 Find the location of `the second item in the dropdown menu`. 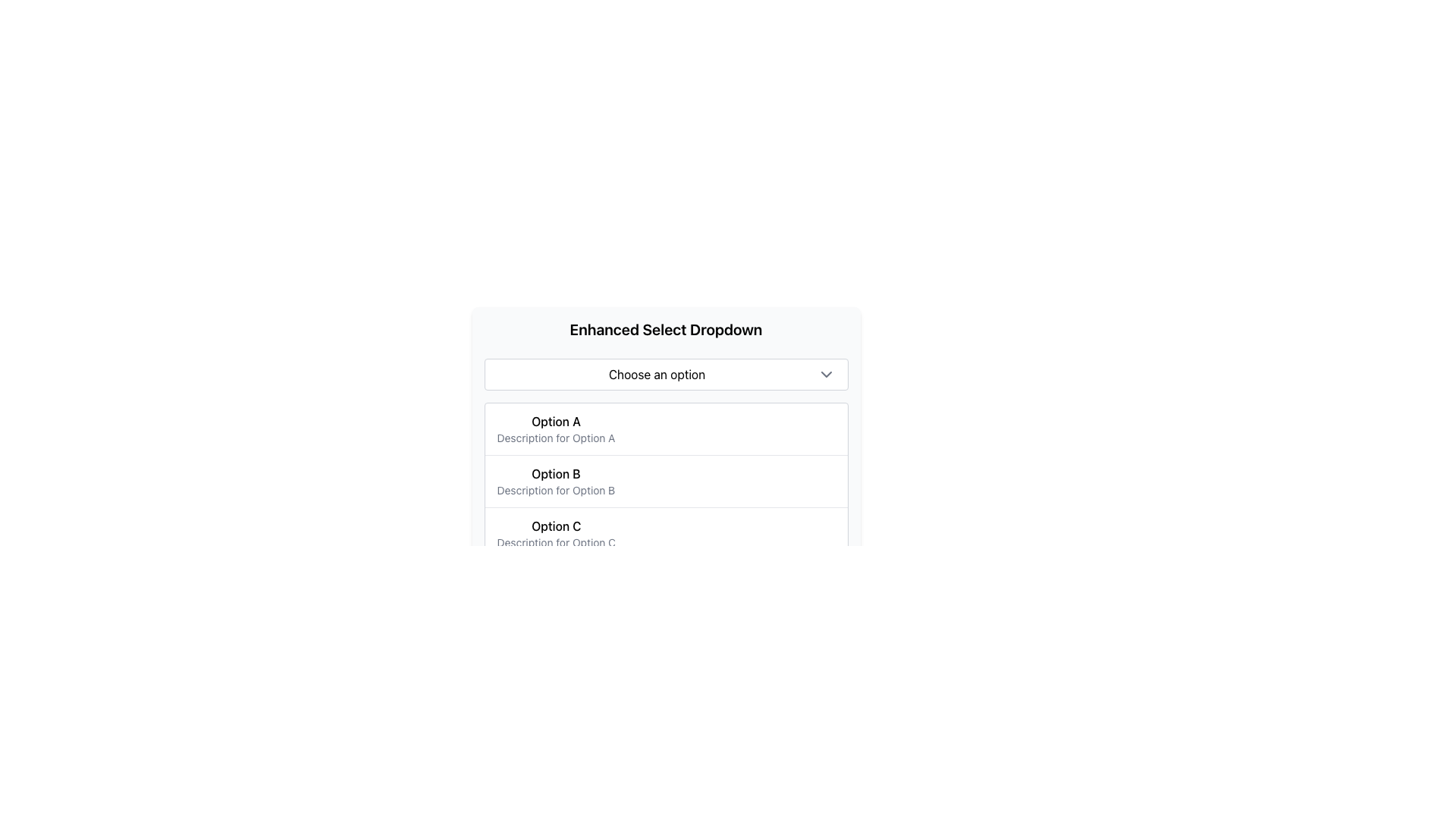

the second item in the dropdown menu is located at coordinates (666, 481).